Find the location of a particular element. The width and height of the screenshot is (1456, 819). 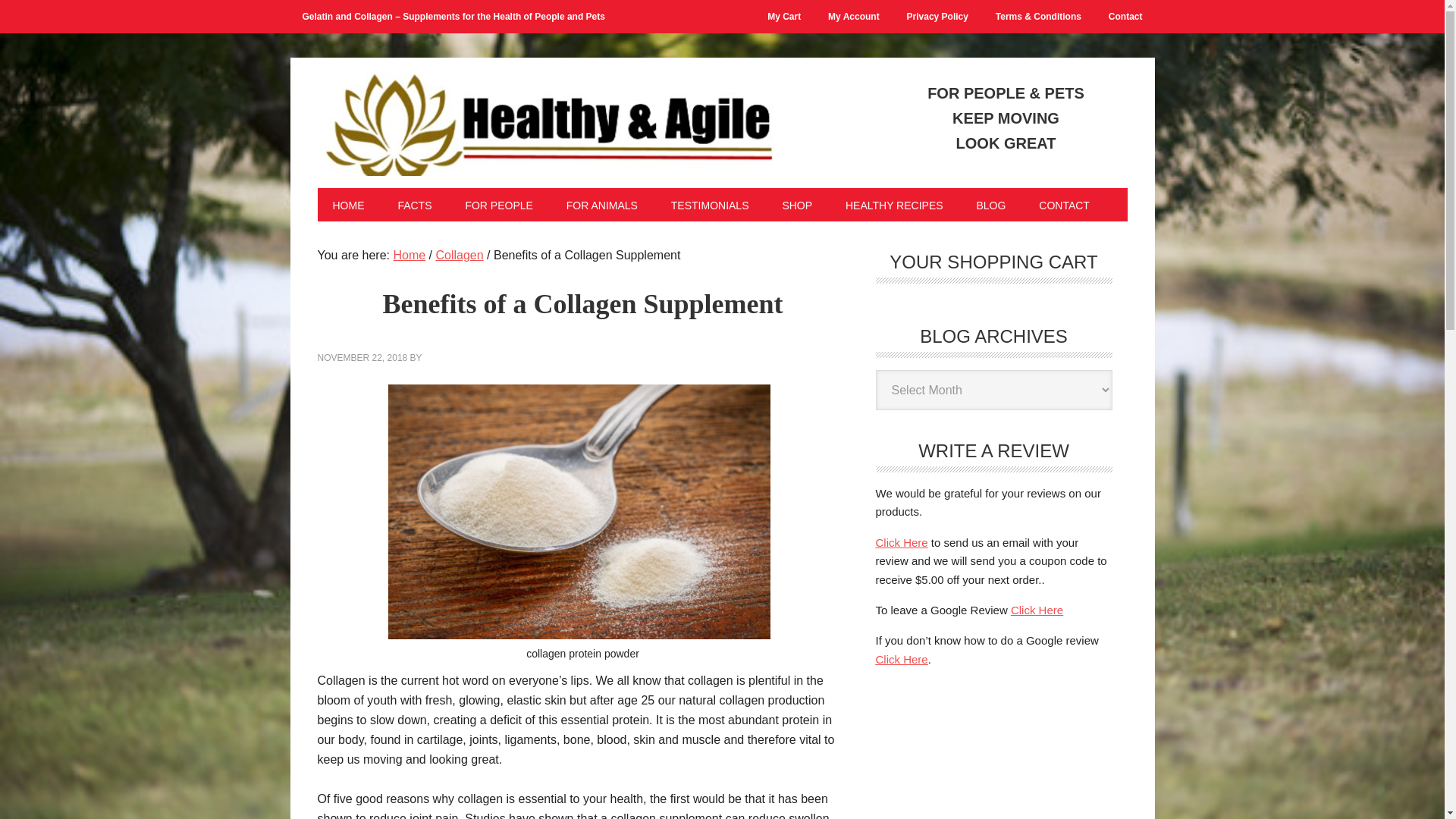

'FACTS' is located at coordinates (414, 205).